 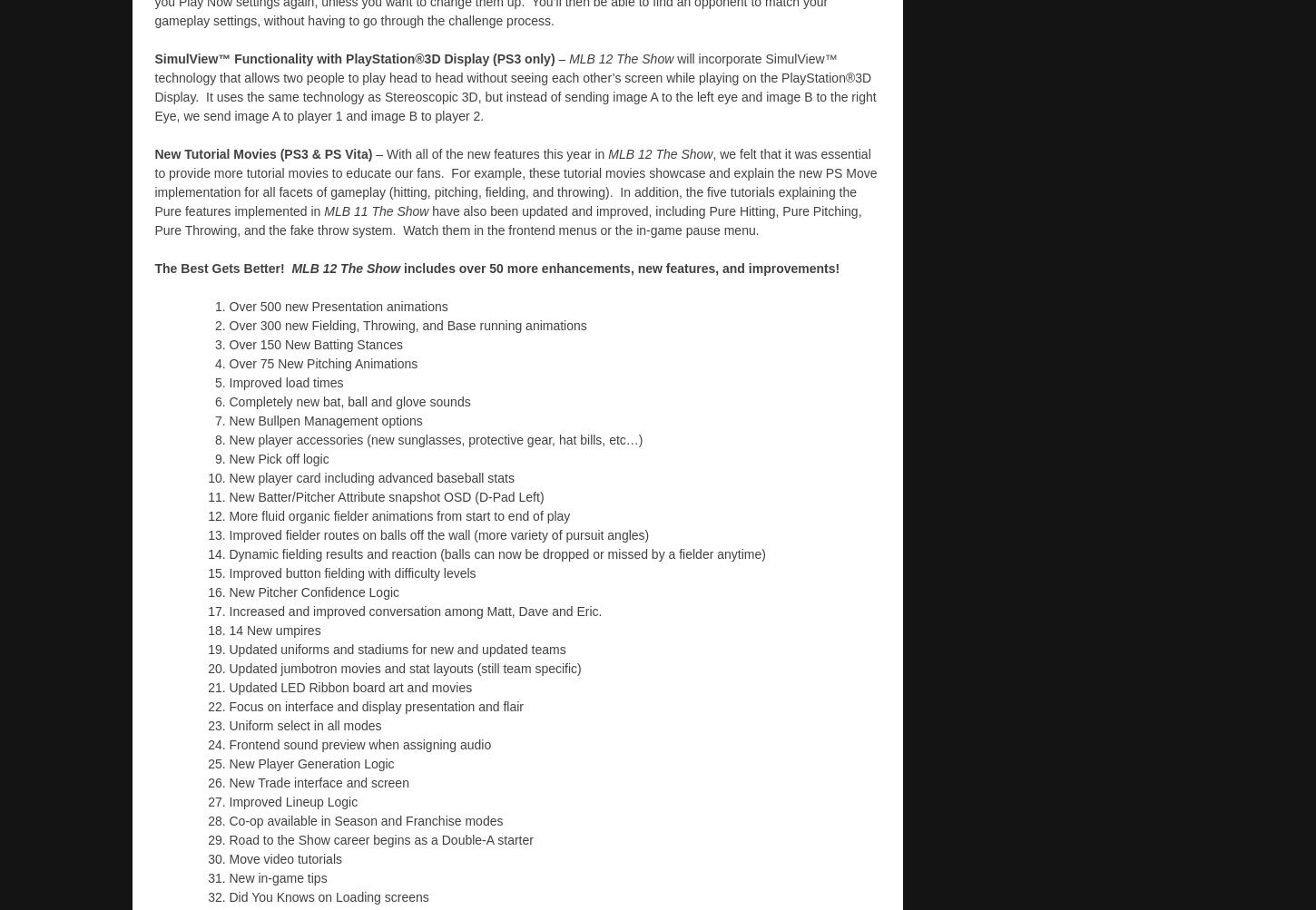 I want to click on 'Updated LED Ribbon board art and movies', so click(x=349, y=685).